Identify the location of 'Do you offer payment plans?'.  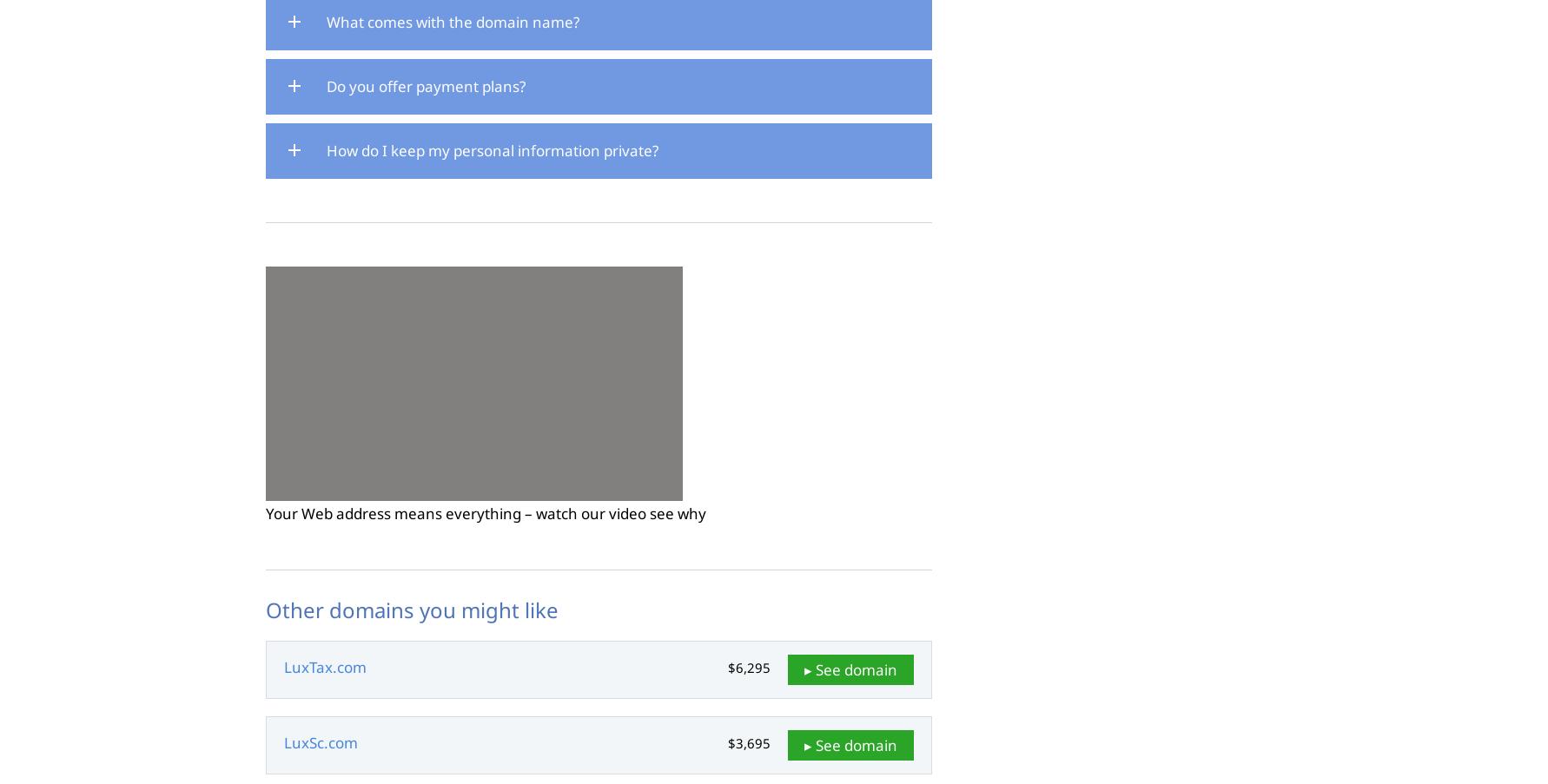
(425, 86).